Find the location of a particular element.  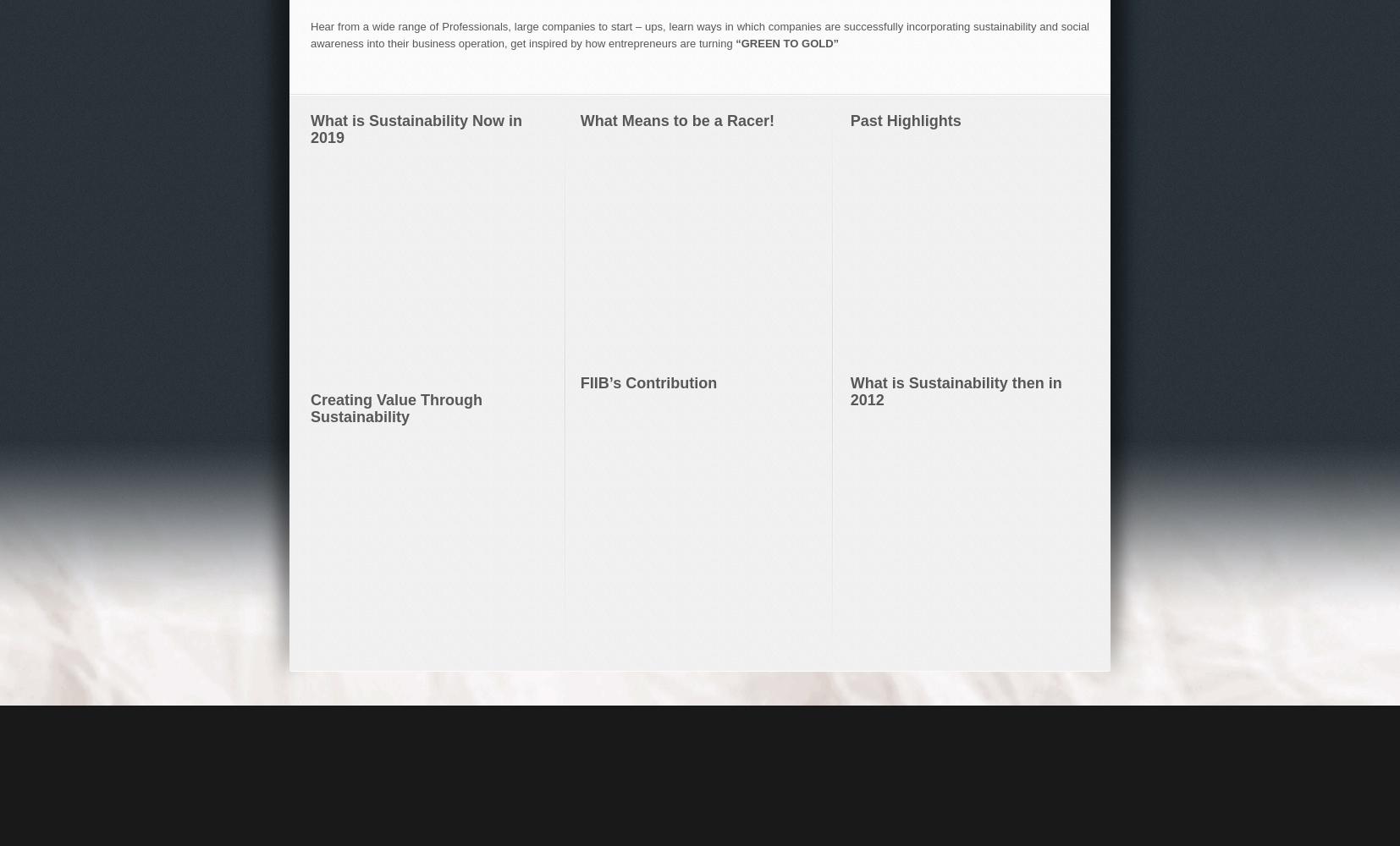

'FIIB’s Contribution' is located at coordinates (648, 382).